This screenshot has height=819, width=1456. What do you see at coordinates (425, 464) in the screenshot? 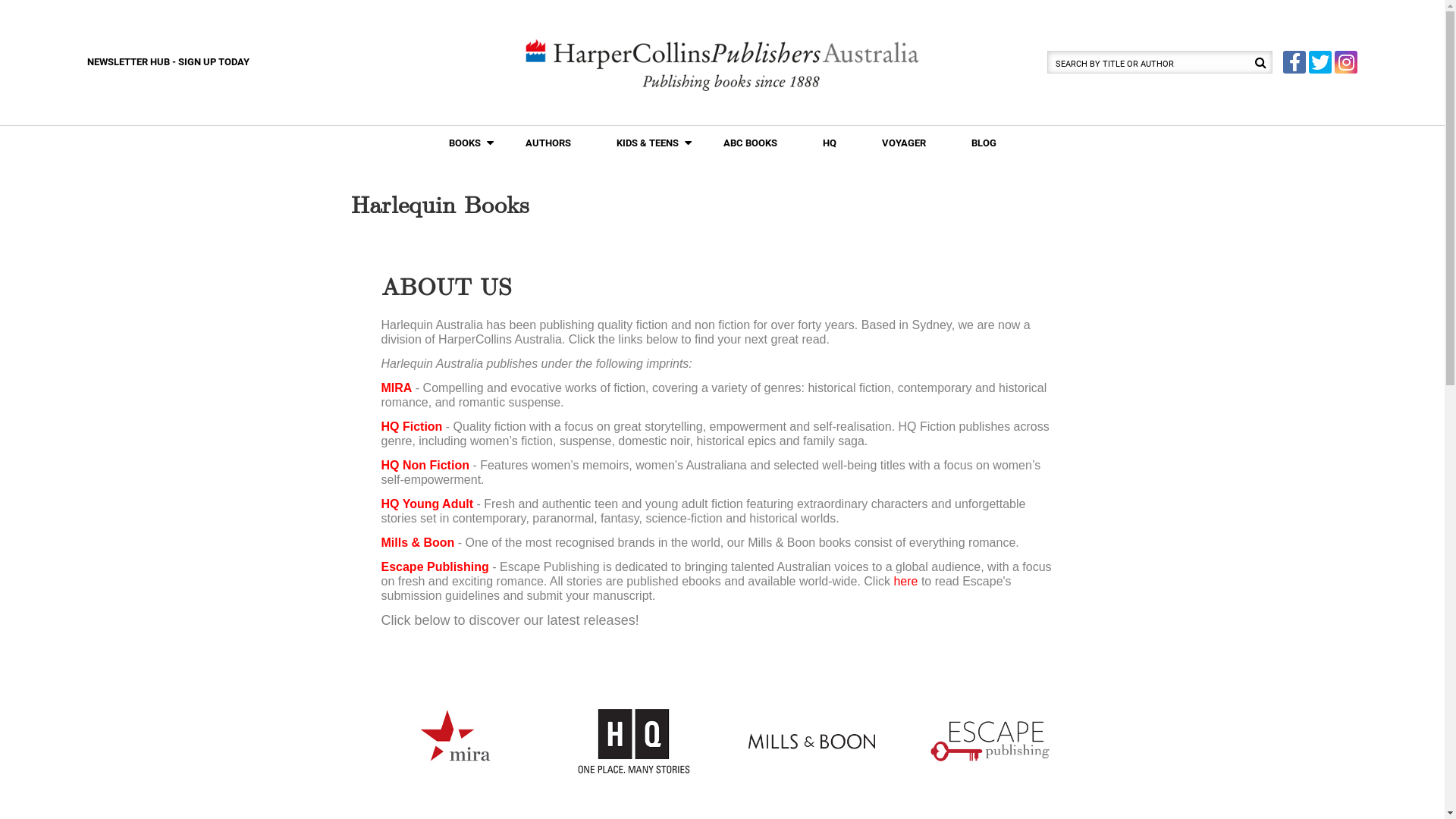
I see `'HQ Non Fiction'` at bounding box center [425, 464].